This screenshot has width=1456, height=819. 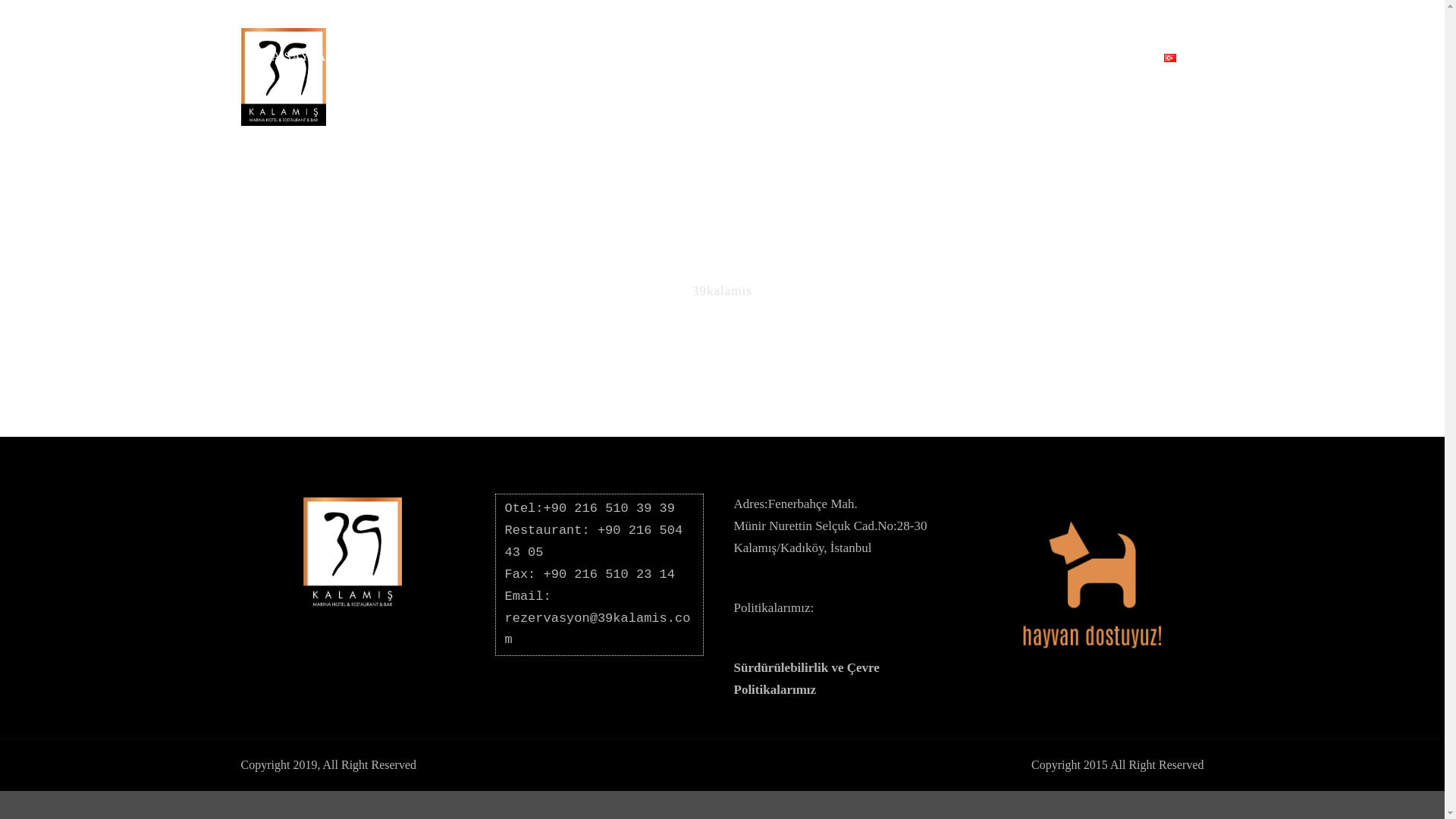 What do you see at coordinates (509, 65) in the screenshot?
I see `'RESTAURANT & BAR'` at bounding box center [509, 65].